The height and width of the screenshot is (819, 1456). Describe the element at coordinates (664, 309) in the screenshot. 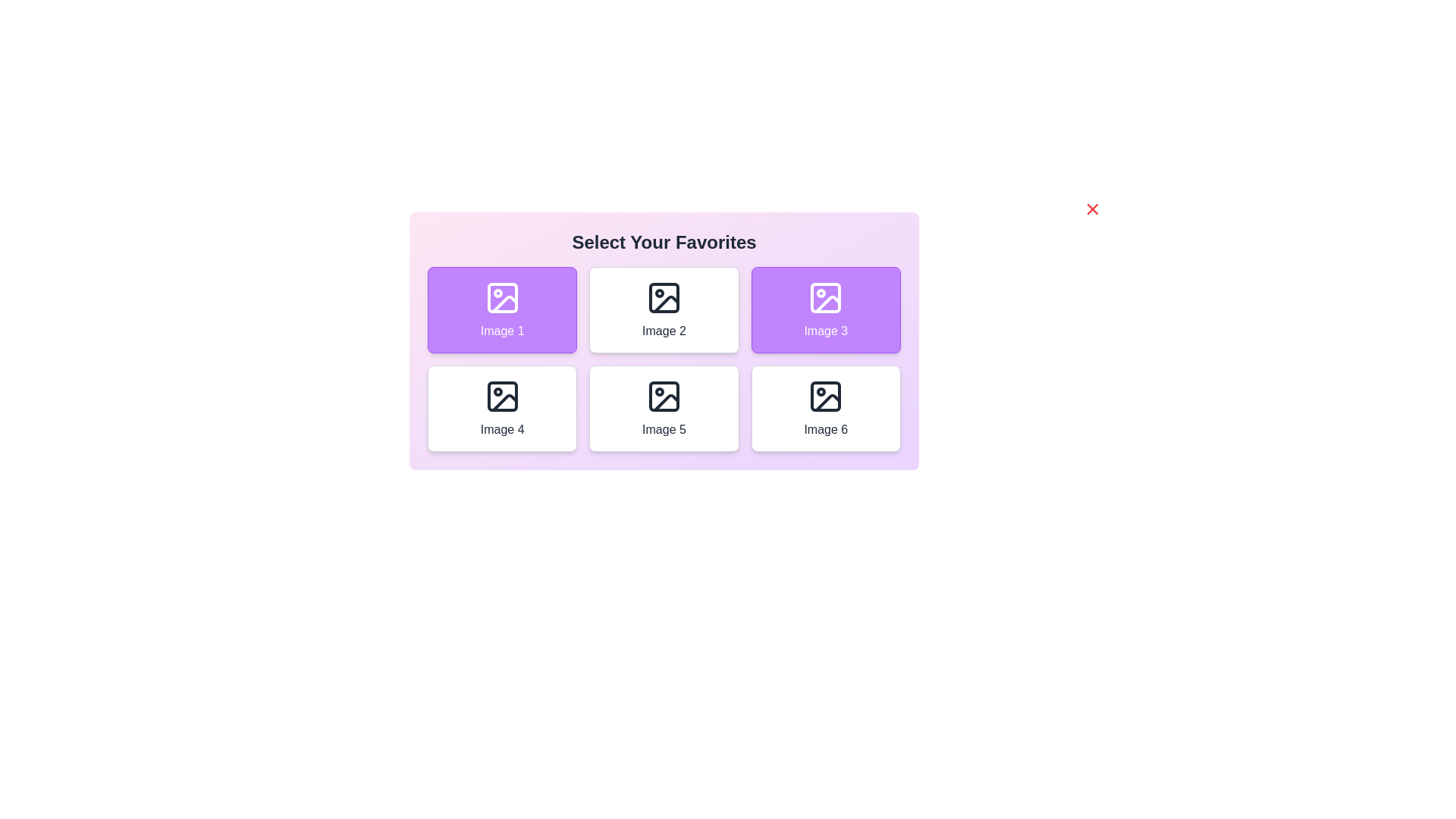

I see `the image labeled Image 2 to toggle its selection state` at that location.